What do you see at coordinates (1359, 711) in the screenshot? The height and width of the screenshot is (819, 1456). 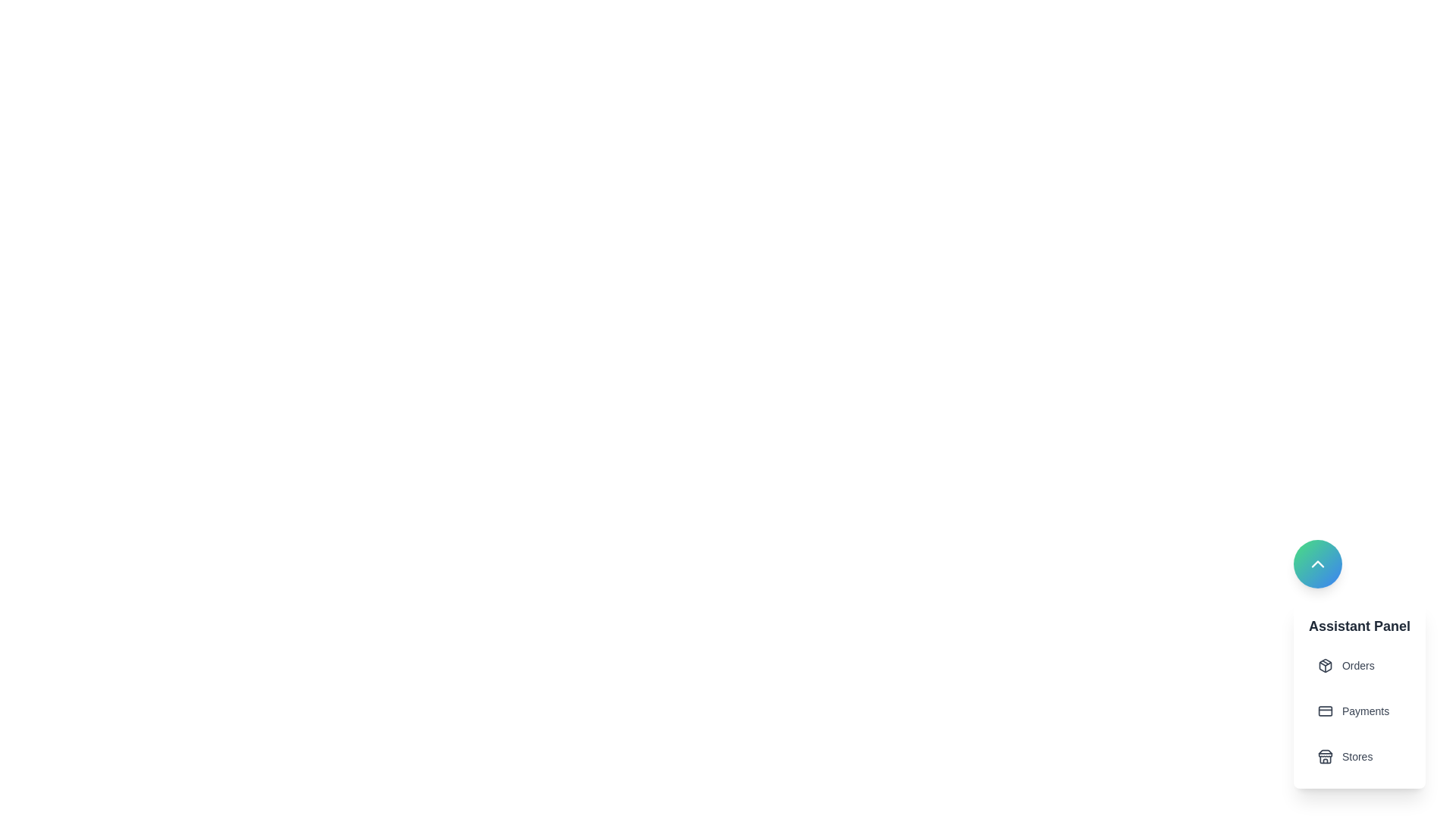 I see `the Payments from the assistant panel` at bounding box center [1359, 711].